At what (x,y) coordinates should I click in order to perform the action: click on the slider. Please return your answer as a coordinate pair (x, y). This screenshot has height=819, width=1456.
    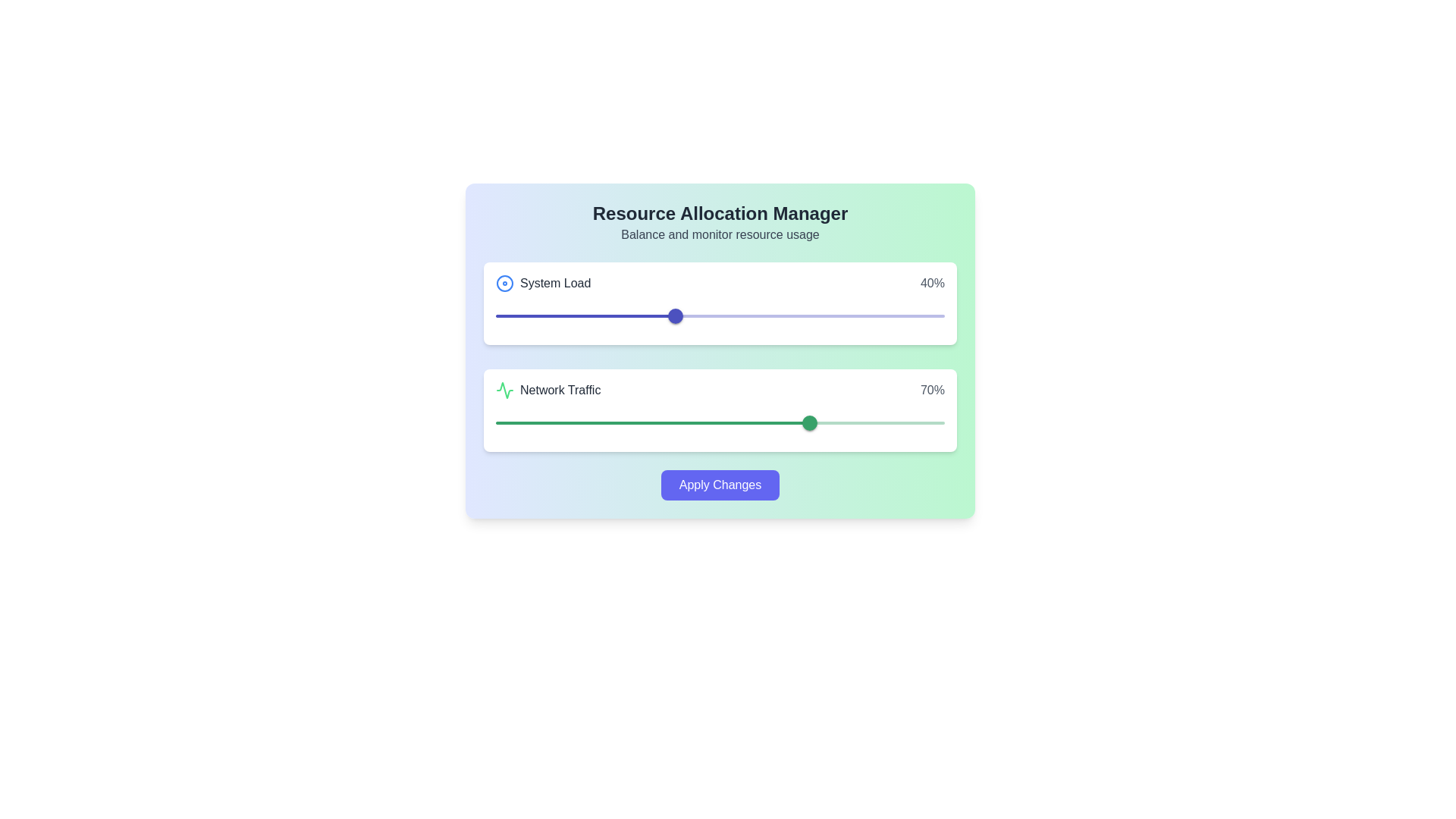
    Looking at the image, I should click on (704, 315).